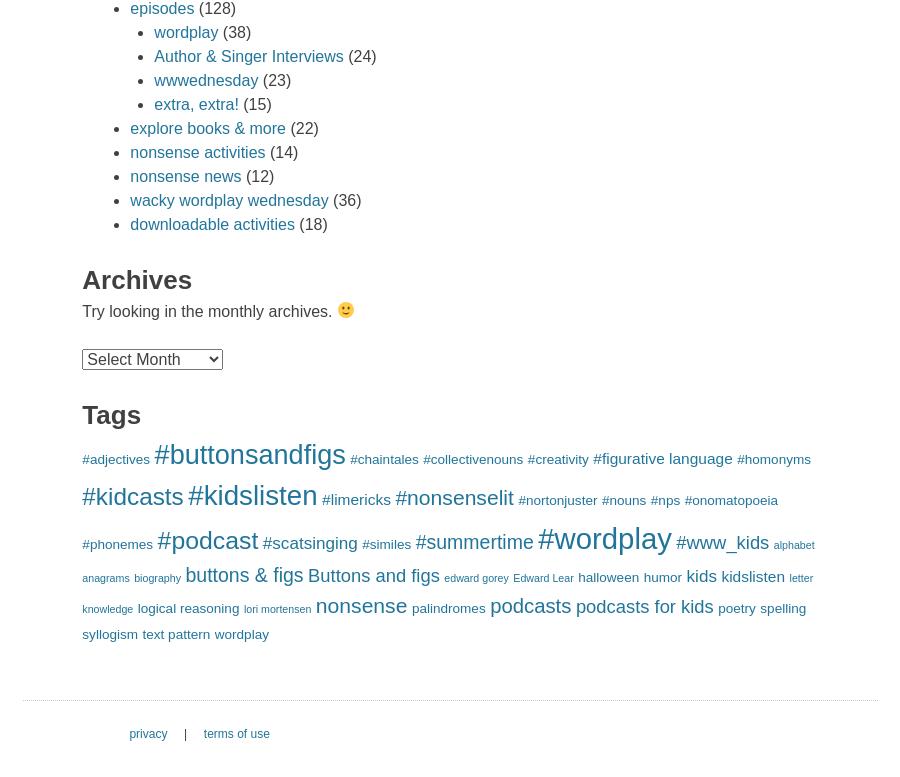 The height and width of the screenshot is (777, 900). I want to click on '#homonyms', so click(773, 458).